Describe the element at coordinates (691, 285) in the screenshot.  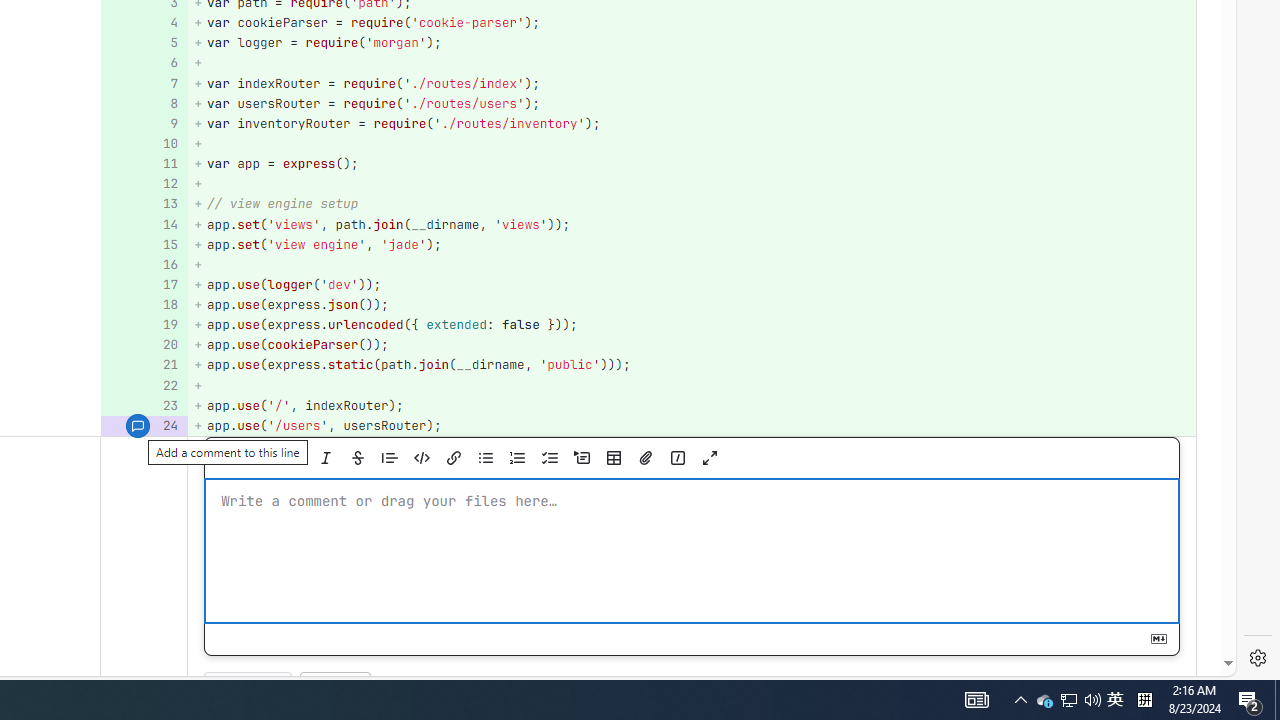
I see `'+ app.use(logger('` at that location.